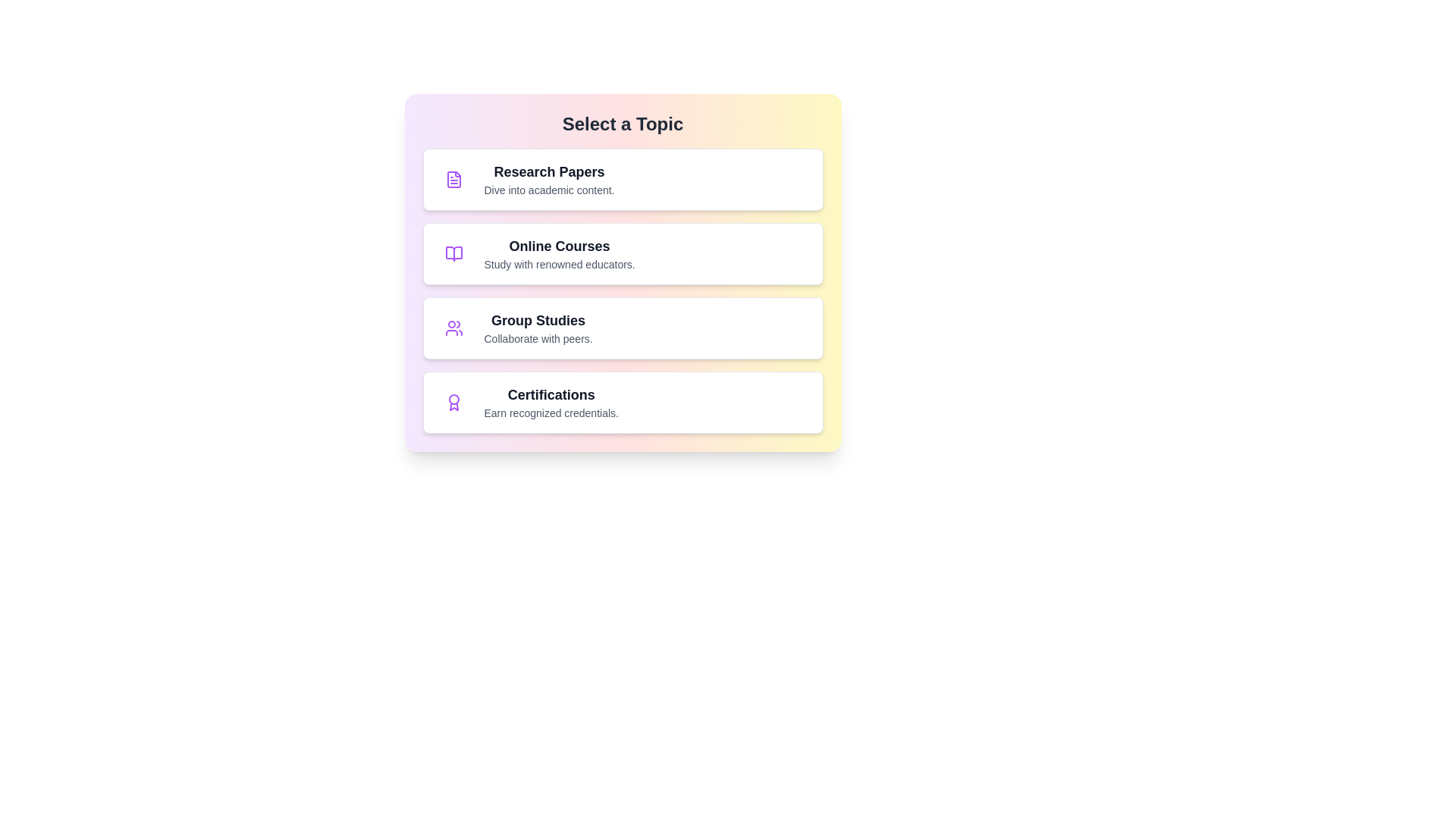  What do you see at coordinates (623, 327) in the screenshot?
I see `the topic item labeled Group Studies to select it` at bounding box center [623, 327].